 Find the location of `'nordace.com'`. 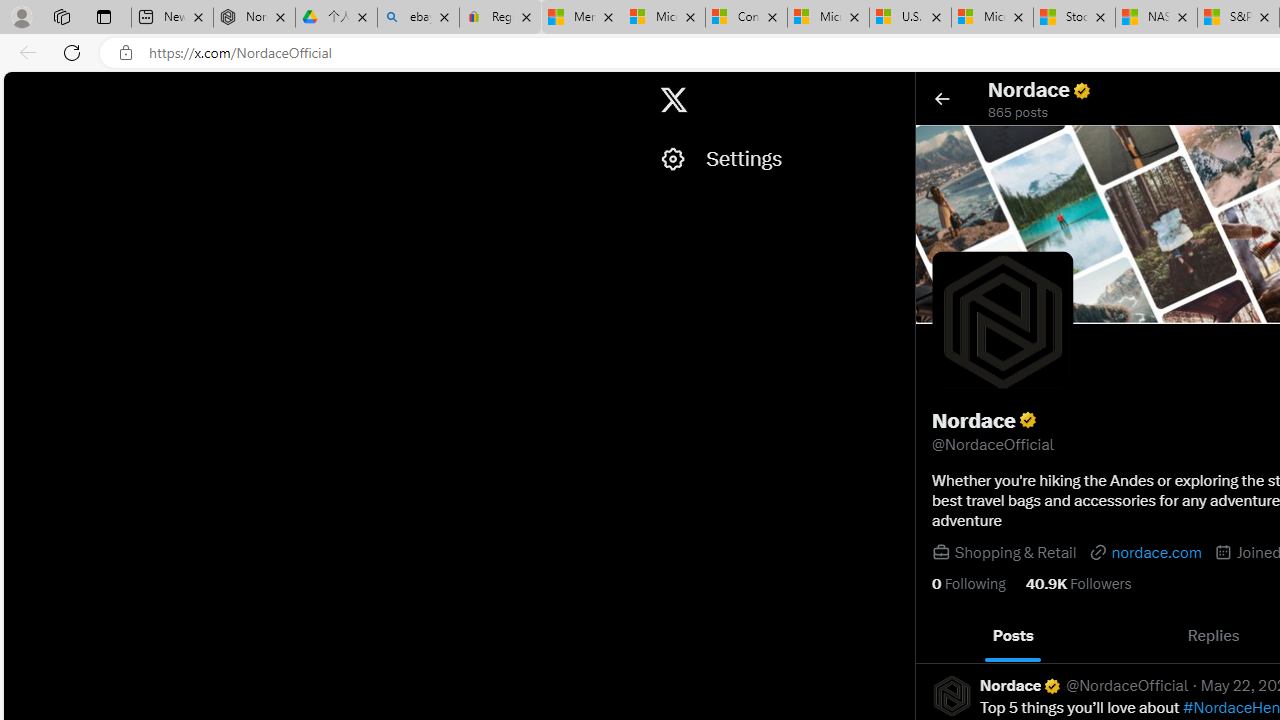

'nordace.com' is located at coordinates (1144, 552).